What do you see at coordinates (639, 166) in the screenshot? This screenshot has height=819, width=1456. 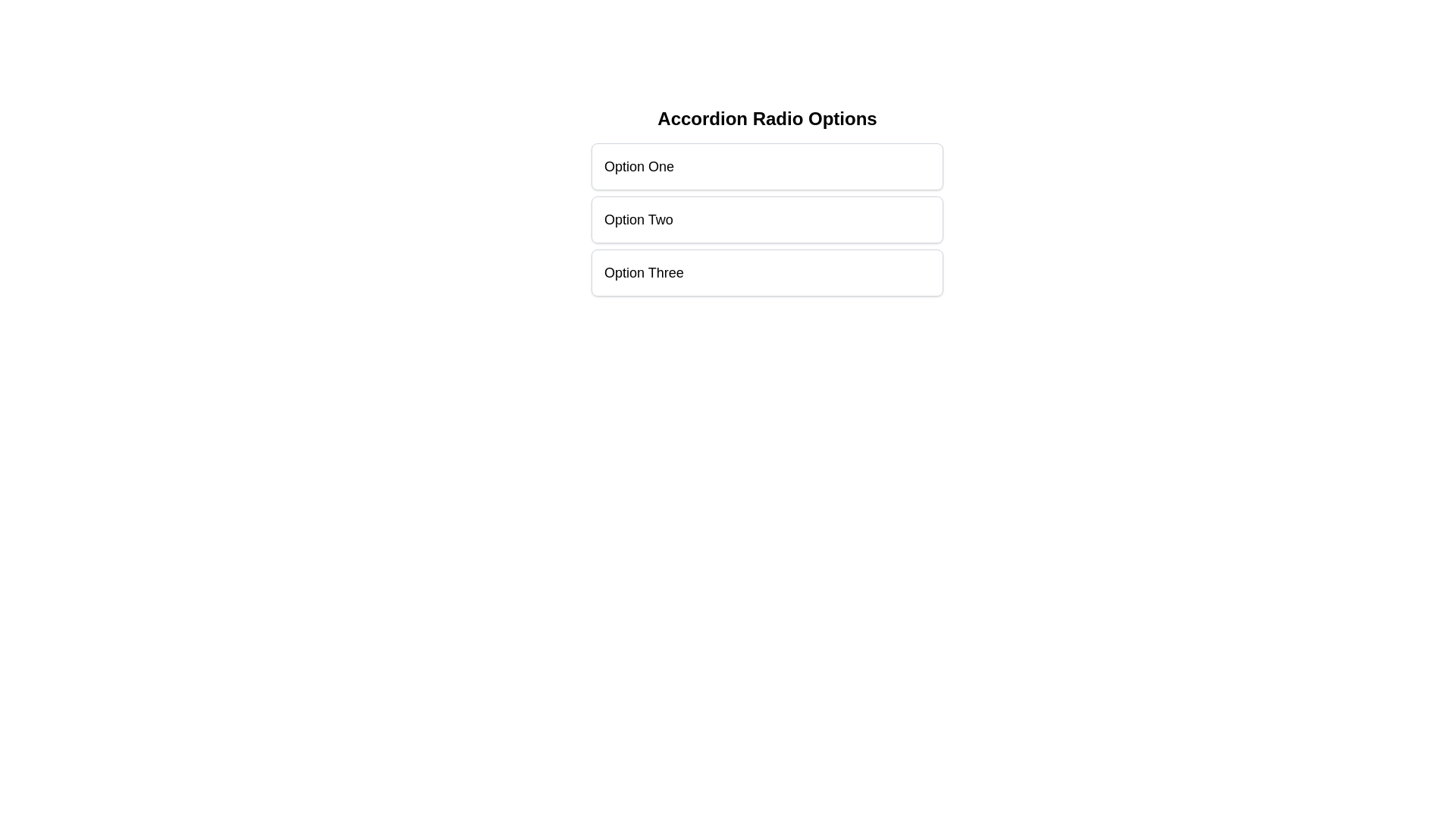 I see `the text element that identifies the first option in the 'Accordion Radio Options' list, positioned at the top of the list` at bounding box center [639, 166].